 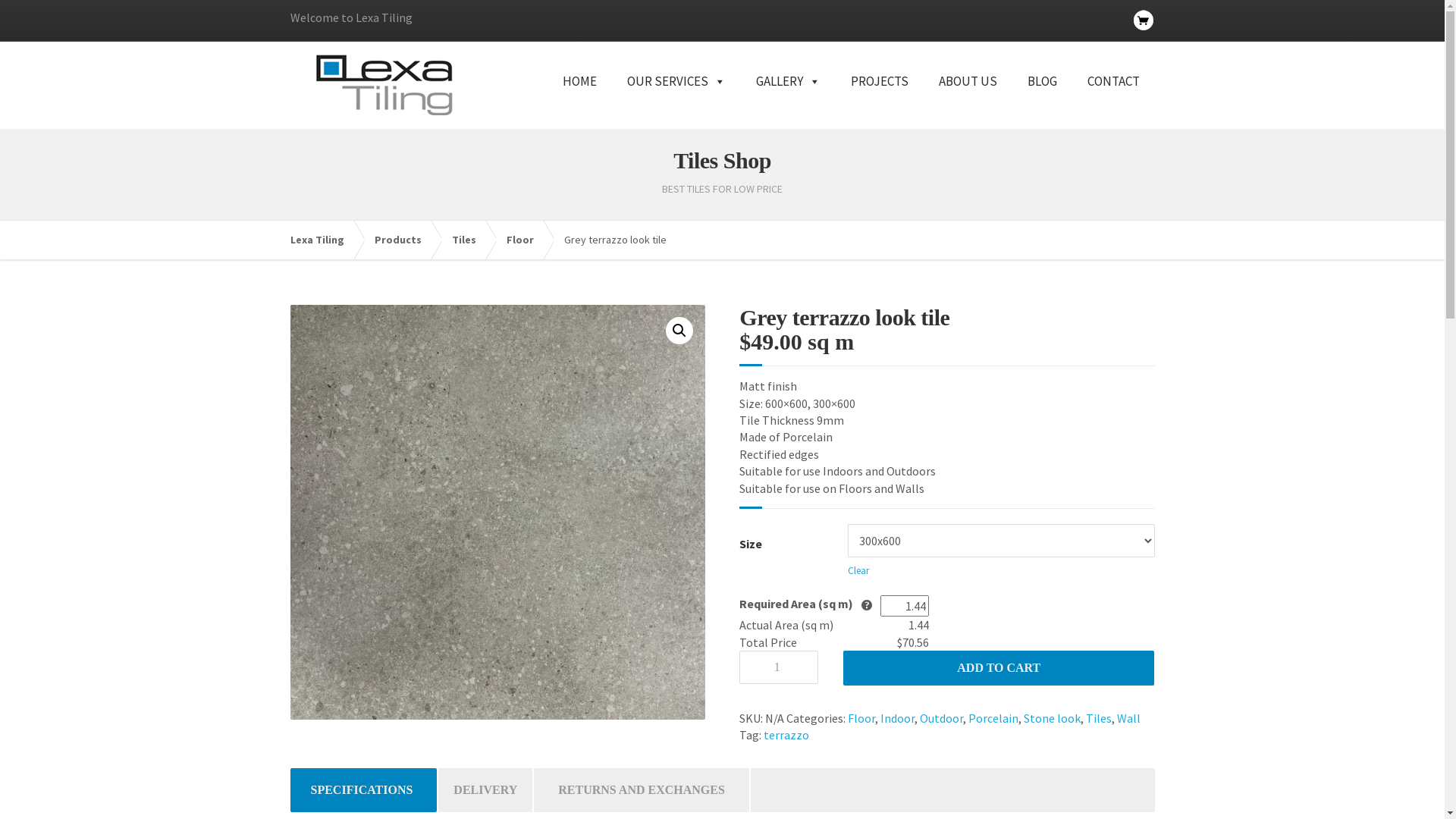 I want to click on 'BLOG', so click(x=1040, y=99).